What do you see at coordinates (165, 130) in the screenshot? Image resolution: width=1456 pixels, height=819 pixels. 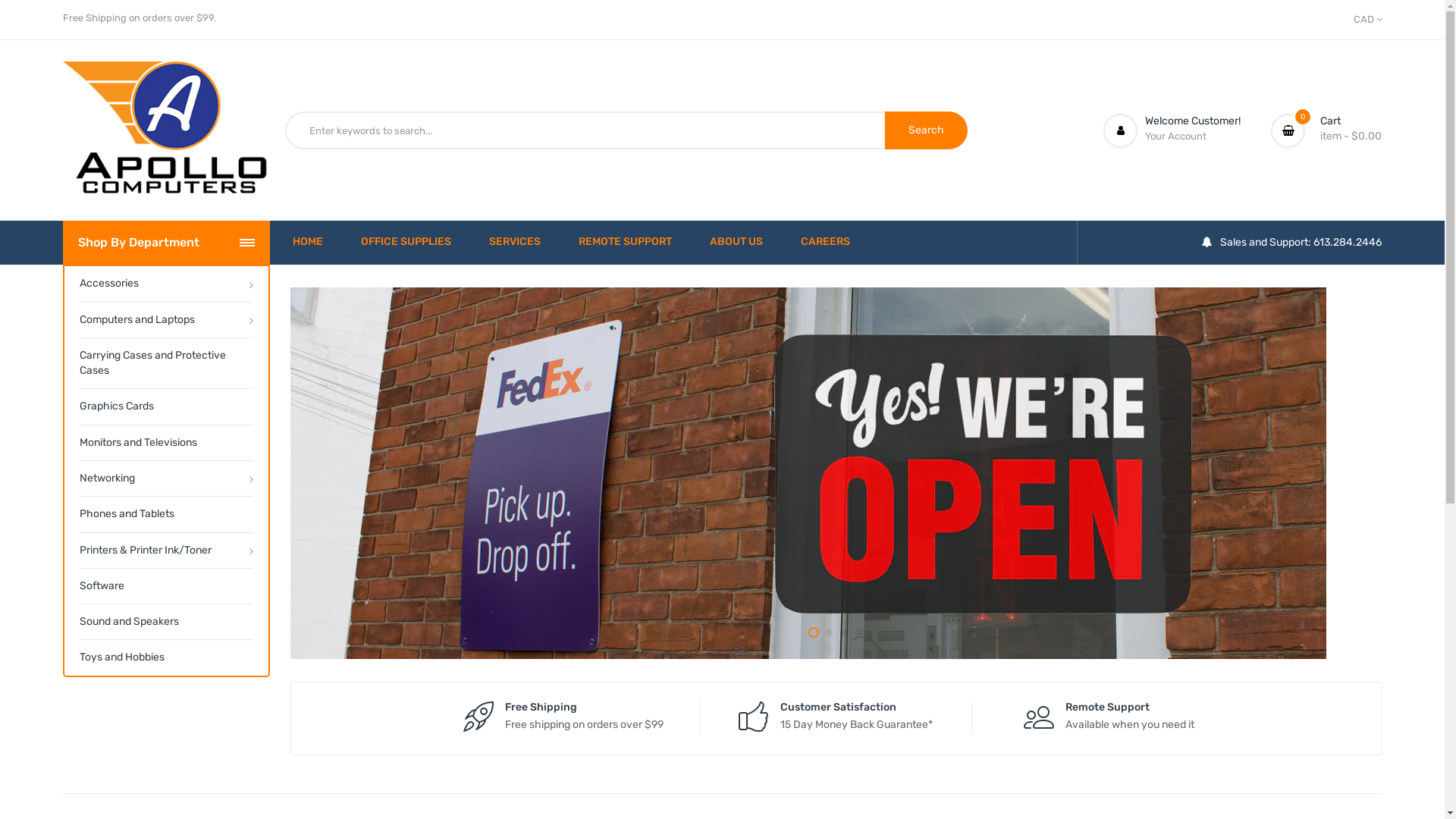 I see `'Apollo Computers'` at bounding box center [165, 130].